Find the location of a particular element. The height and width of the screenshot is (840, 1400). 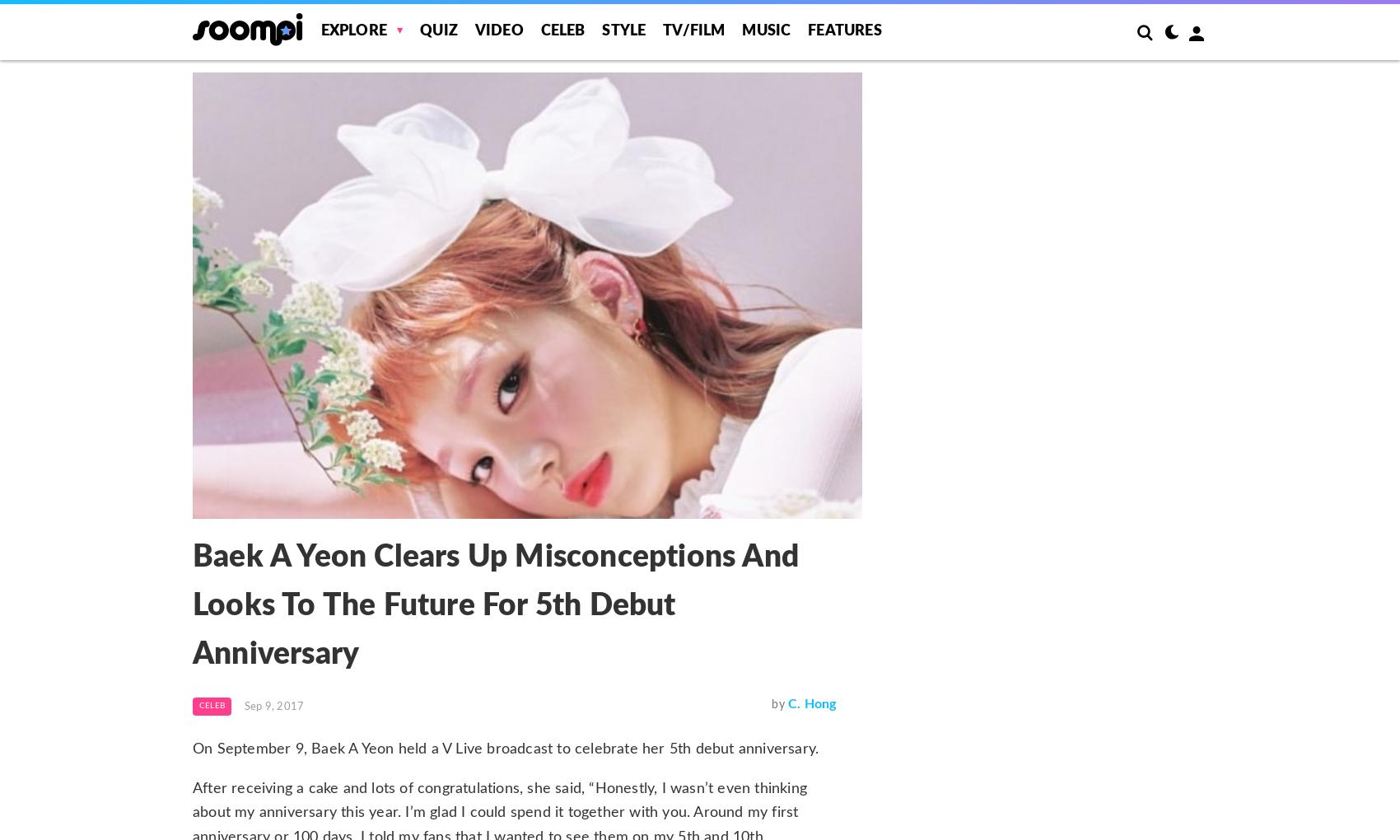

'by' is located at coordinates (777, 703).